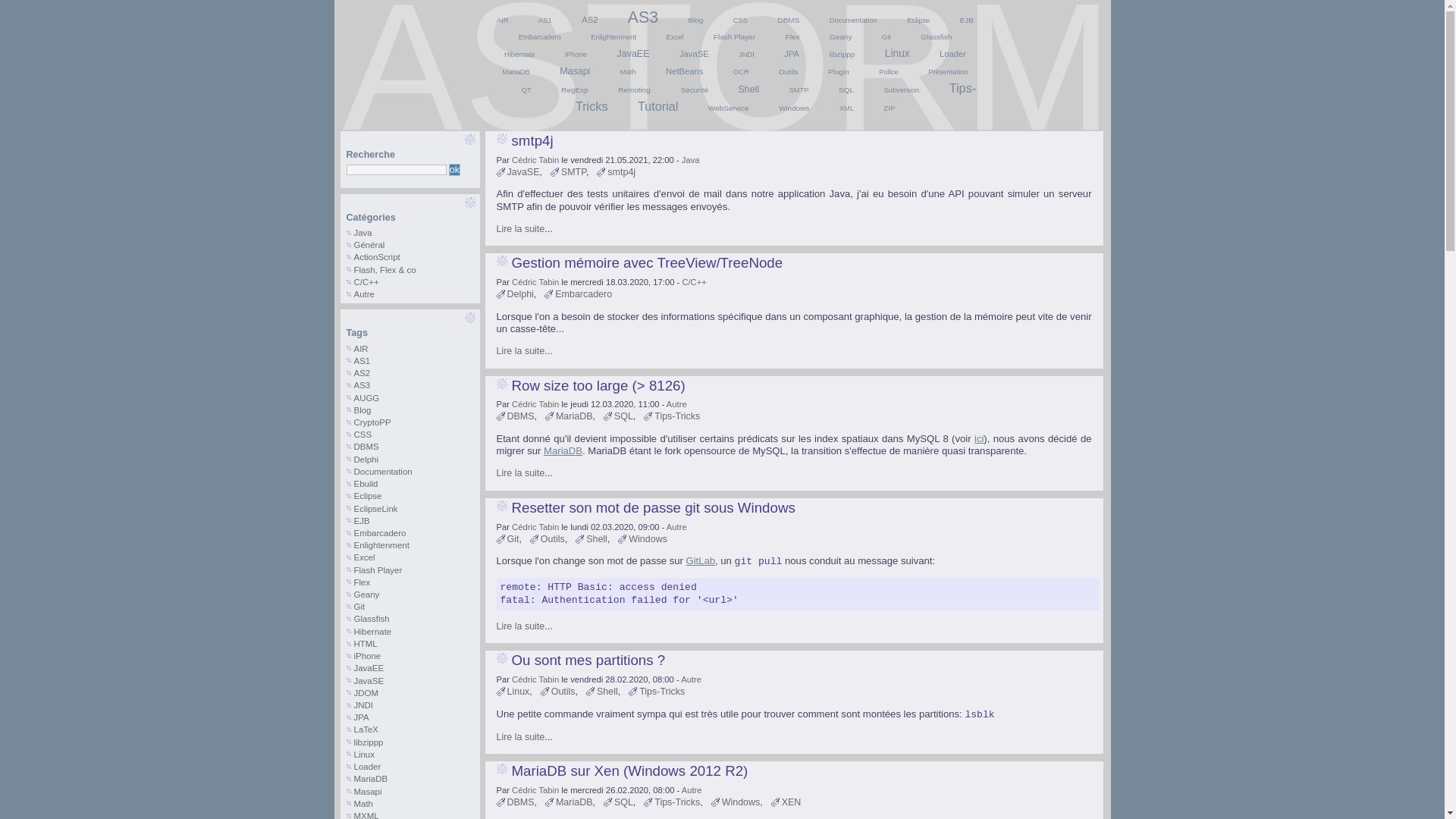 This screenshot has height=819, width=1456. What do you see at coordinates (513, 538) in the screenshot?
I see `'Git'` at bounding box center [513, 538].